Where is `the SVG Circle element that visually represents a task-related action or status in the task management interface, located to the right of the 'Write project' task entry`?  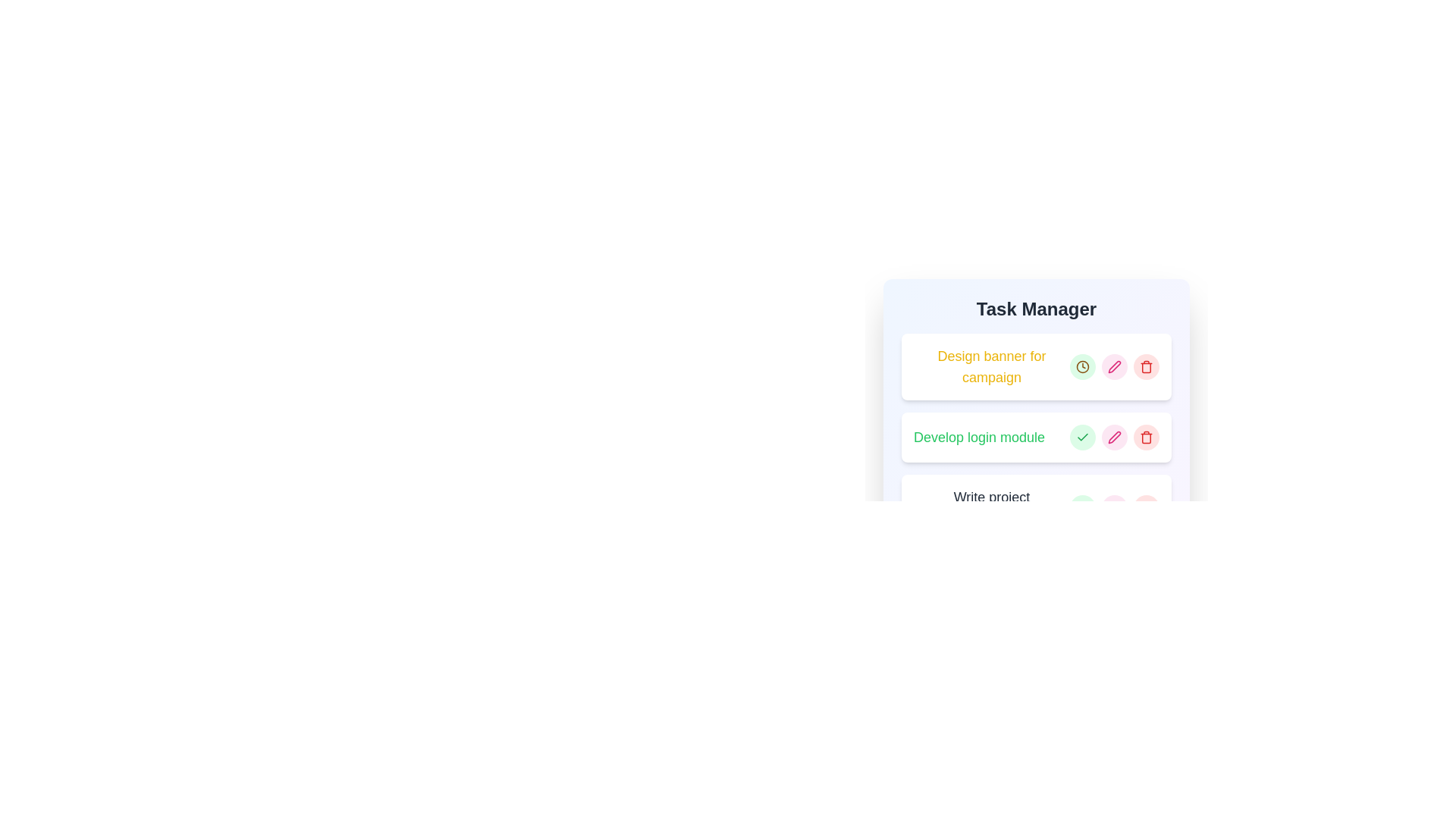 the SVG Circle element that visually represents a task-related action or status in the task management interface, located to the right of the 'Write project' task entry is located at coordinates (1082, 508).